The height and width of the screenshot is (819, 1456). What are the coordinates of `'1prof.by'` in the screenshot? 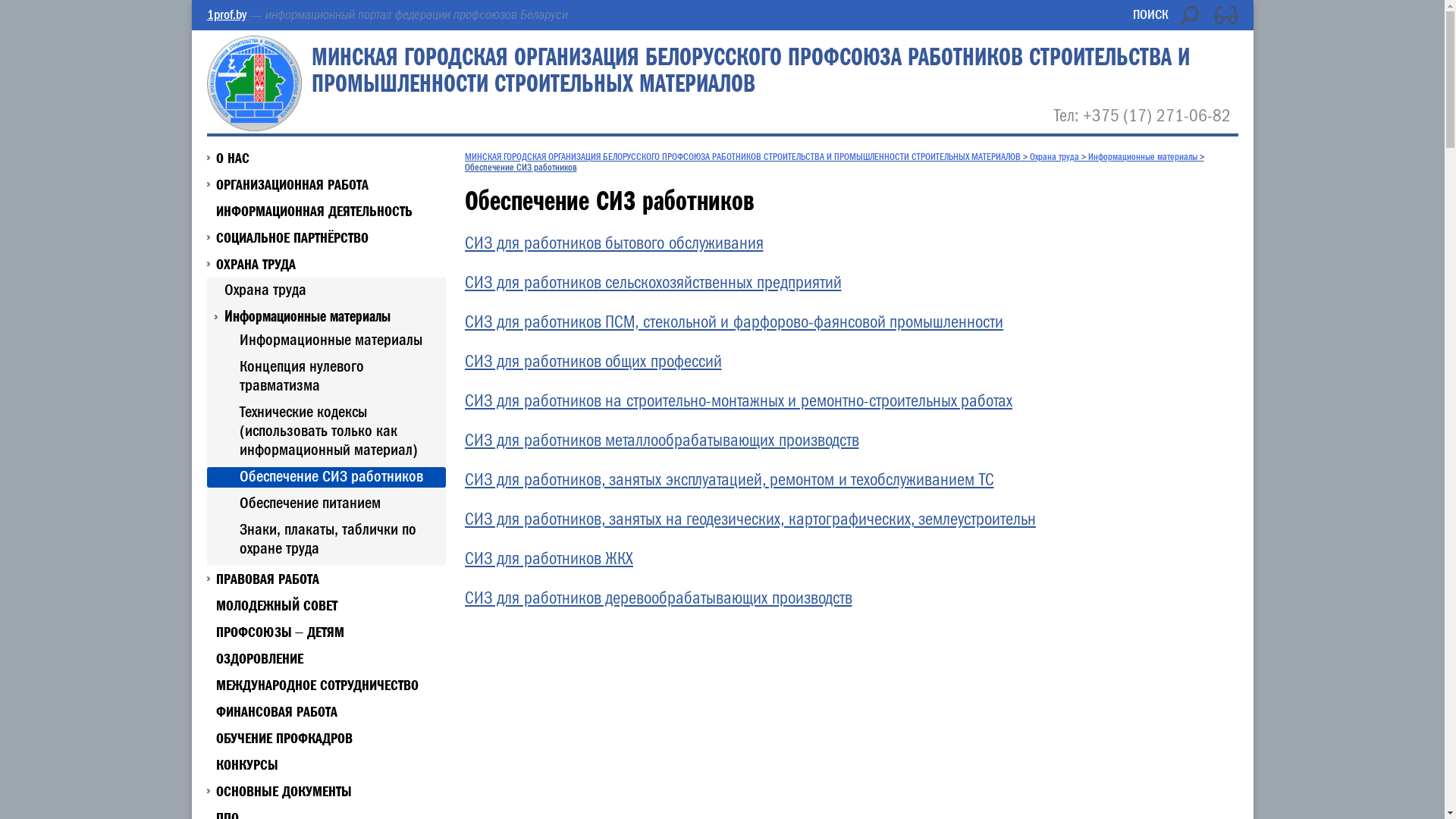 It's located at (224, 14).